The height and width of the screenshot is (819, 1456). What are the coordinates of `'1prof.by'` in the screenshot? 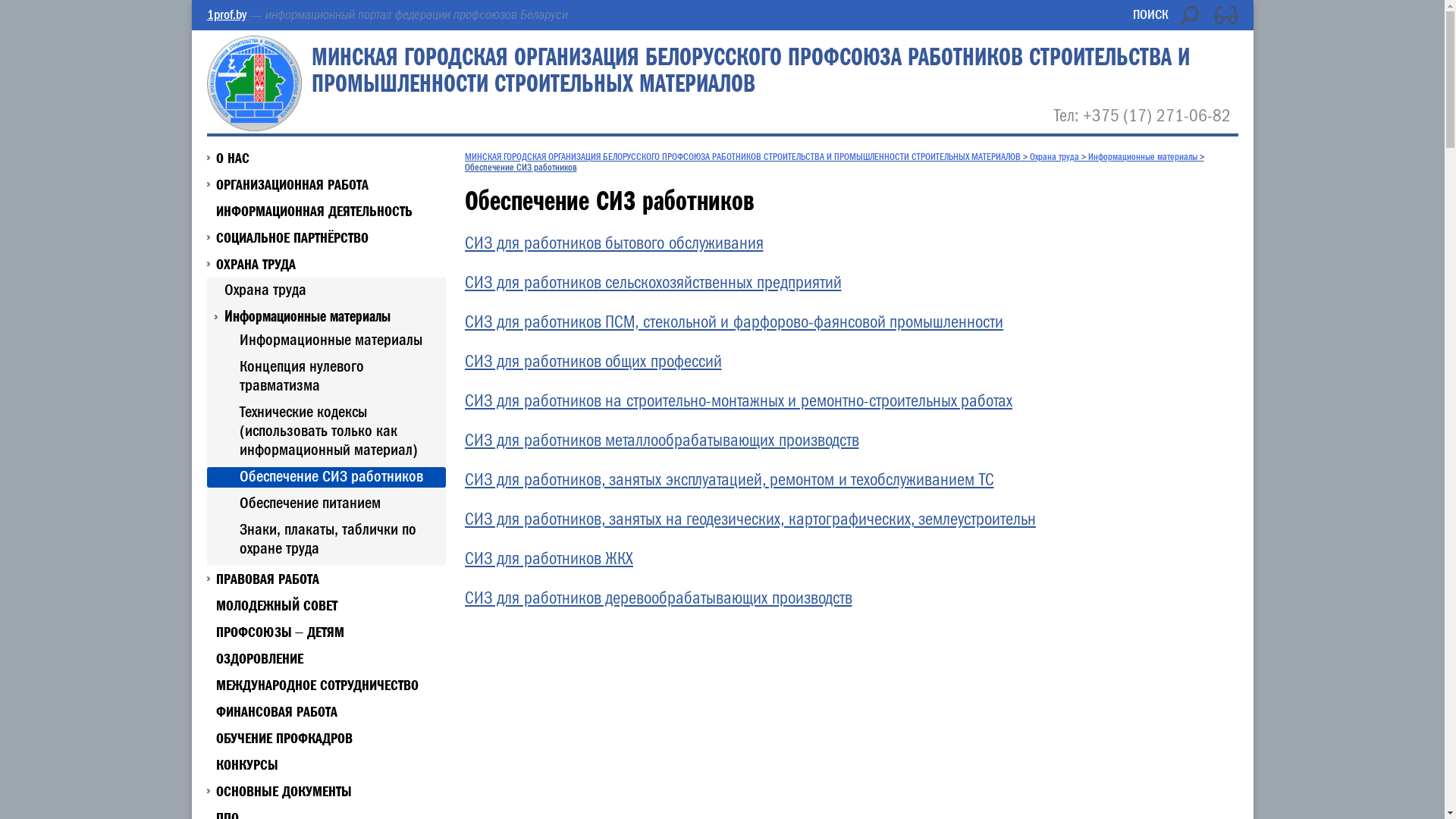 It's located at (224, 14).